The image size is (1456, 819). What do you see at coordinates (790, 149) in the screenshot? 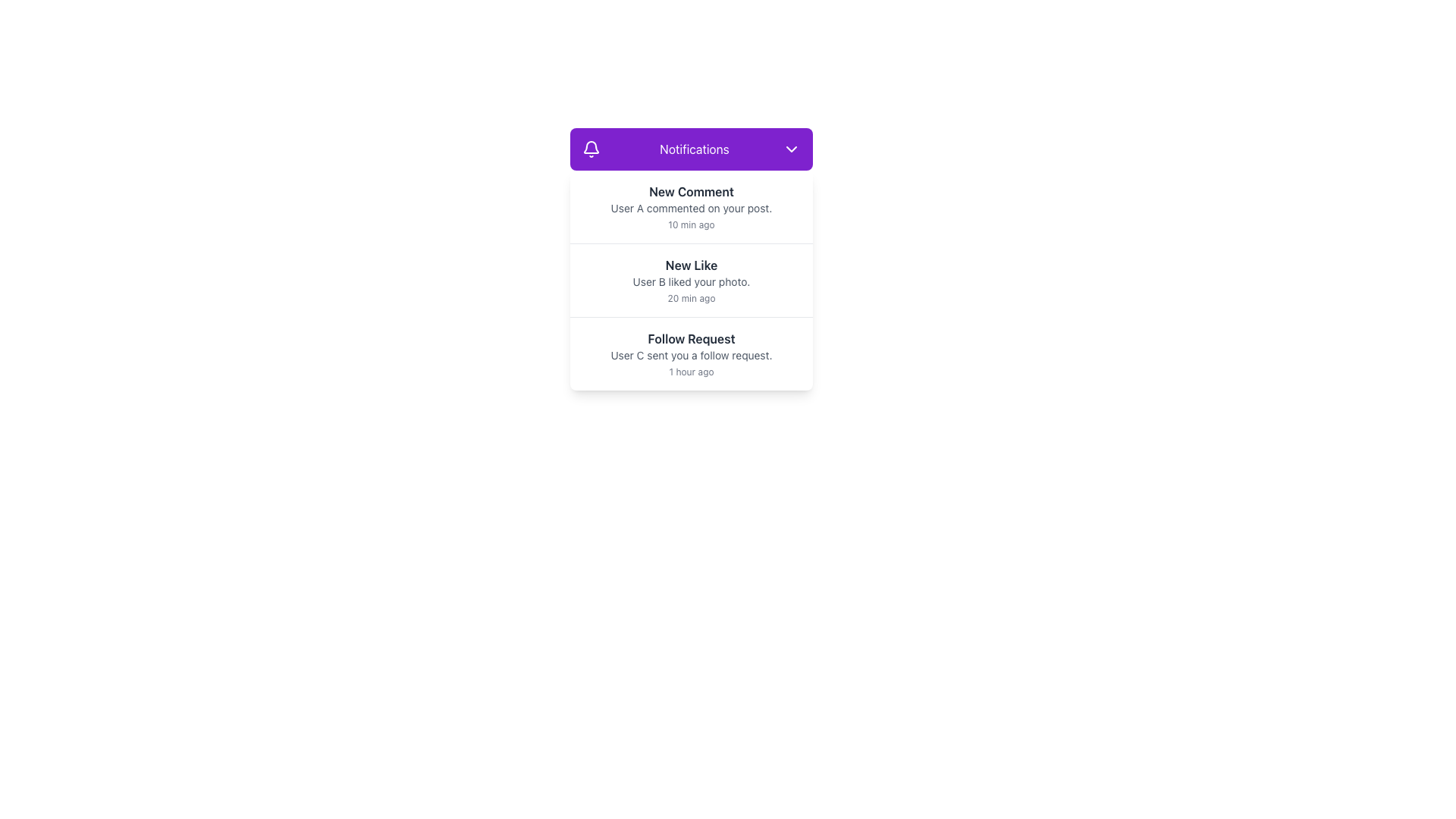
I see `the button located in the header of the notification panel, to the right of the 'Notifications' title` at bounding box center [790, 149].